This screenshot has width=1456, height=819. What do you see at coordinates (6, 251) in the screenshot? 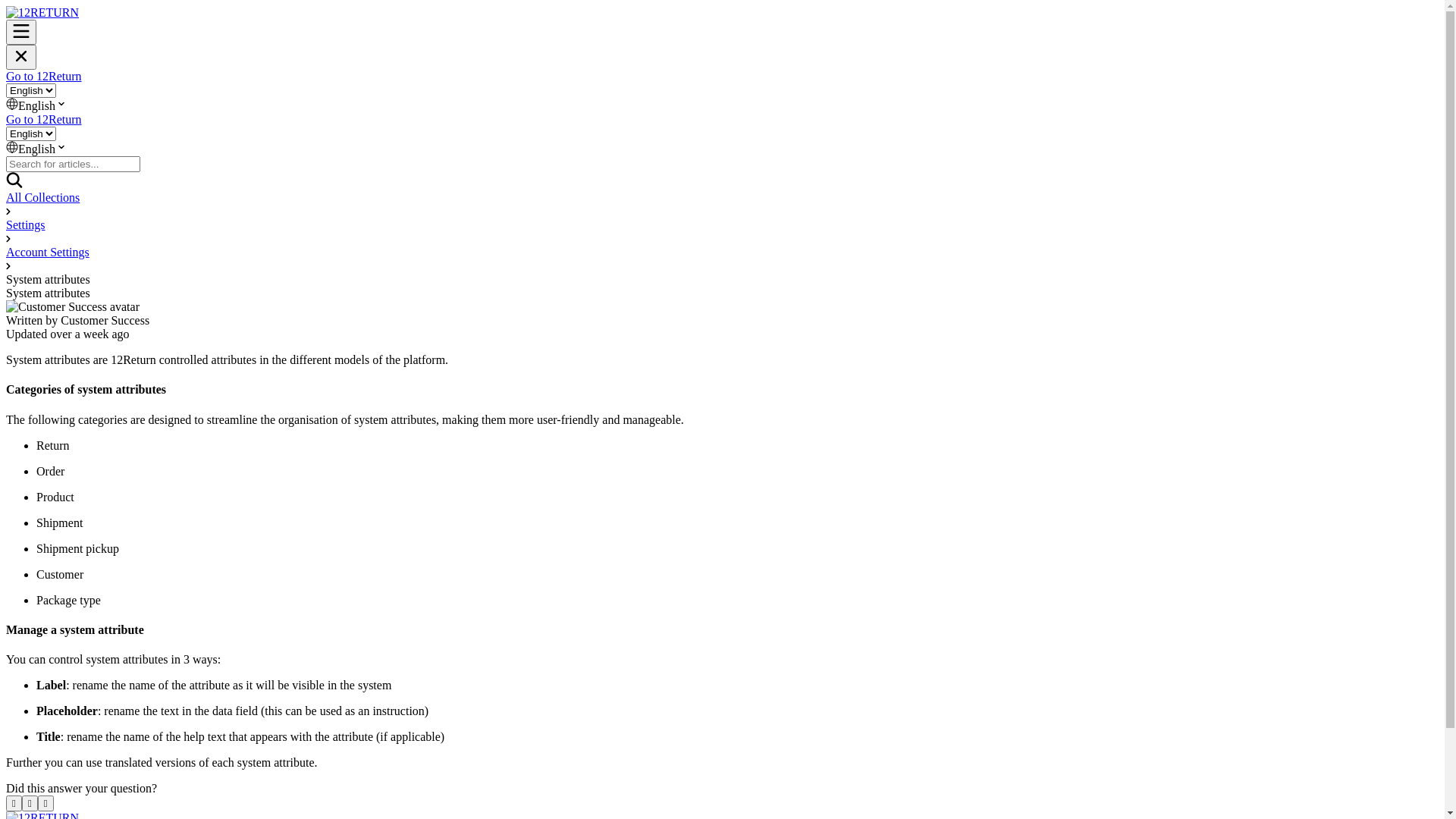
I see `'Account Settings'` at bounding box center [6, 251].